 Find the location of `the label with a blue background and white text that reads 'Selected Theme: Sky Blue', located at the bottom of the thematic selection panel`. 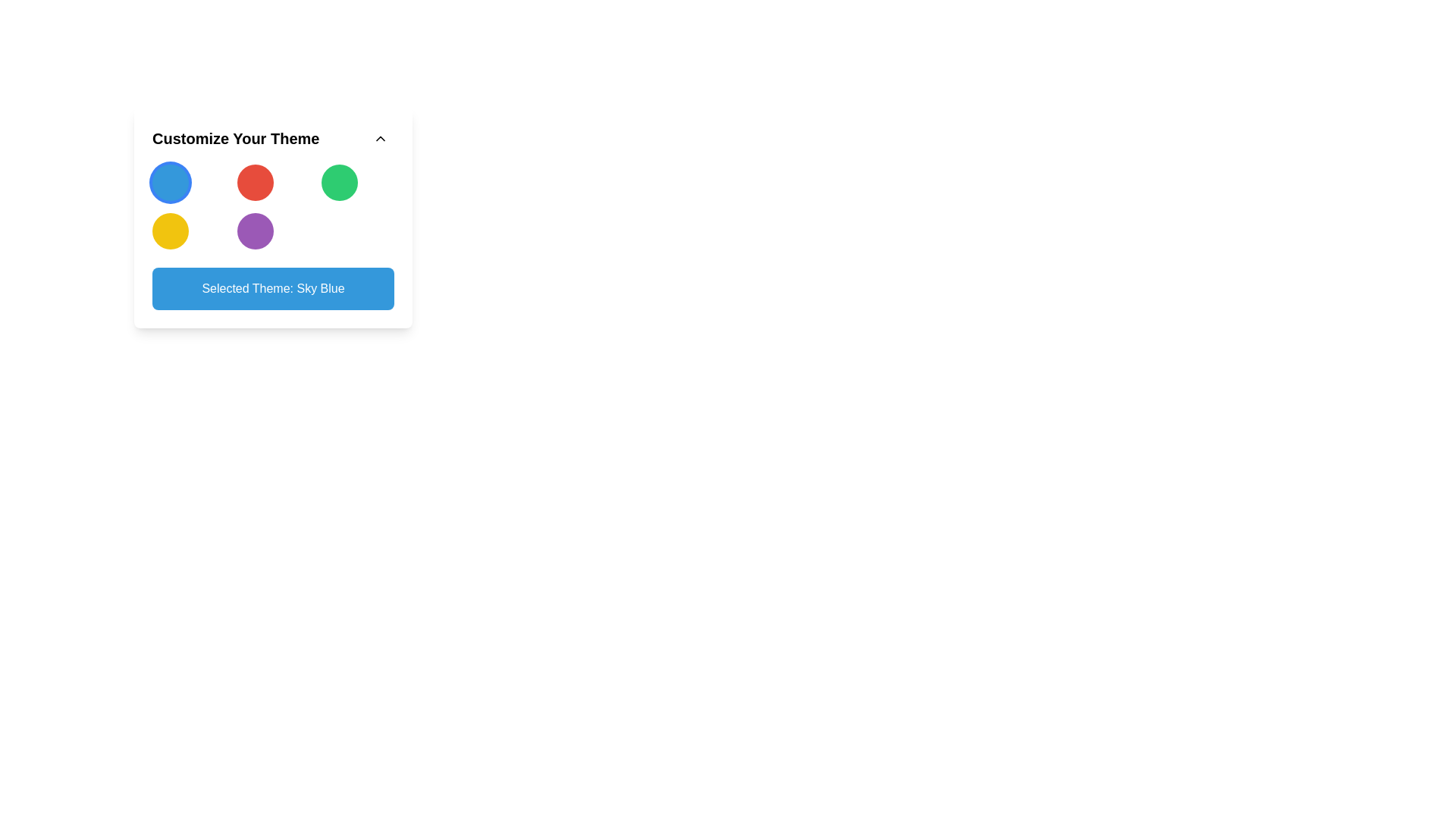

the label with a blue background and white text that reads 'Selected Theme: Sky Blue', located at the bottom of the thematic selection panel is located at coordinates (273, 289).